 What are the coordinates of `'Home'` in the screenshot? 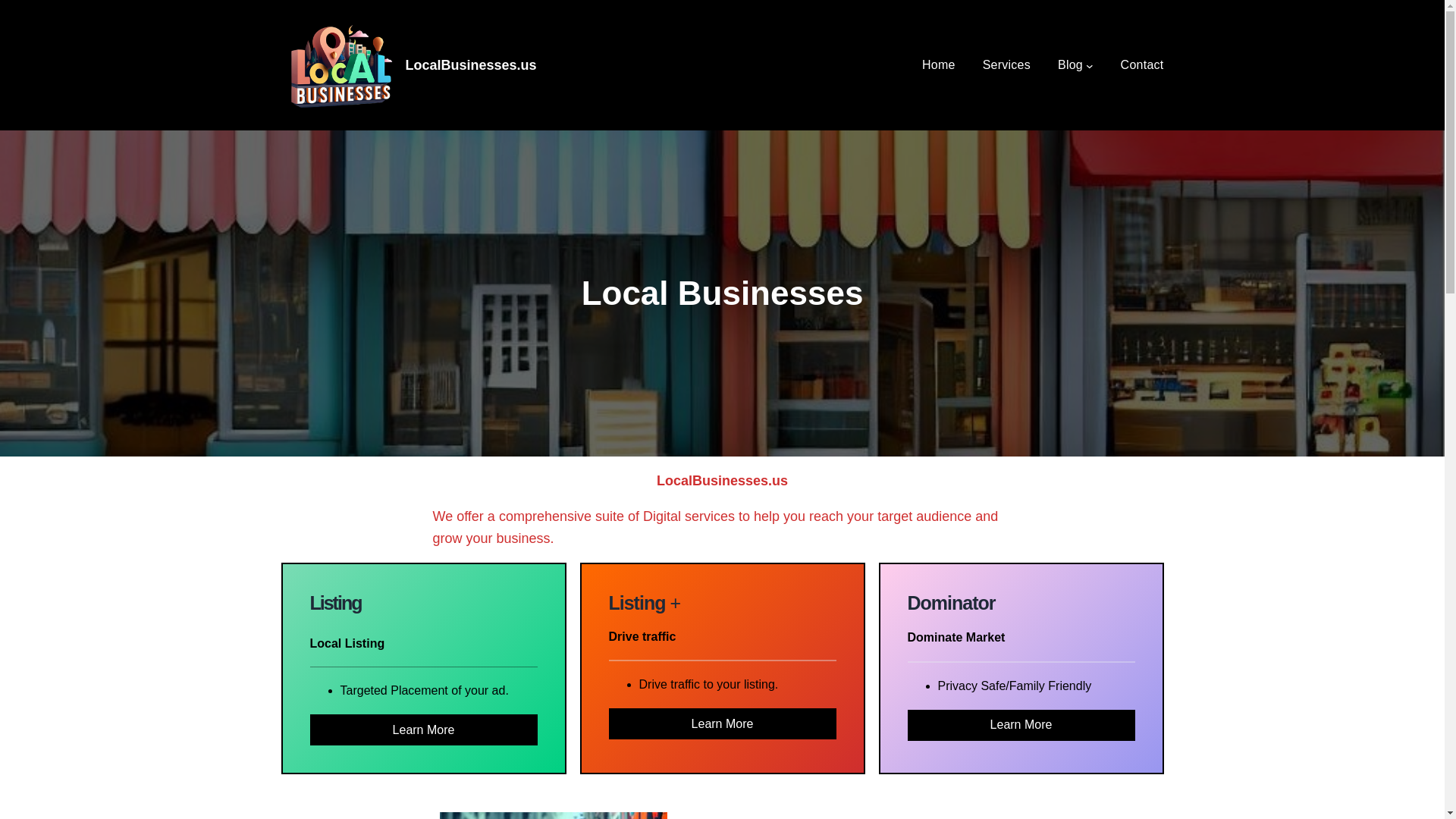 It's located at (938, 64).